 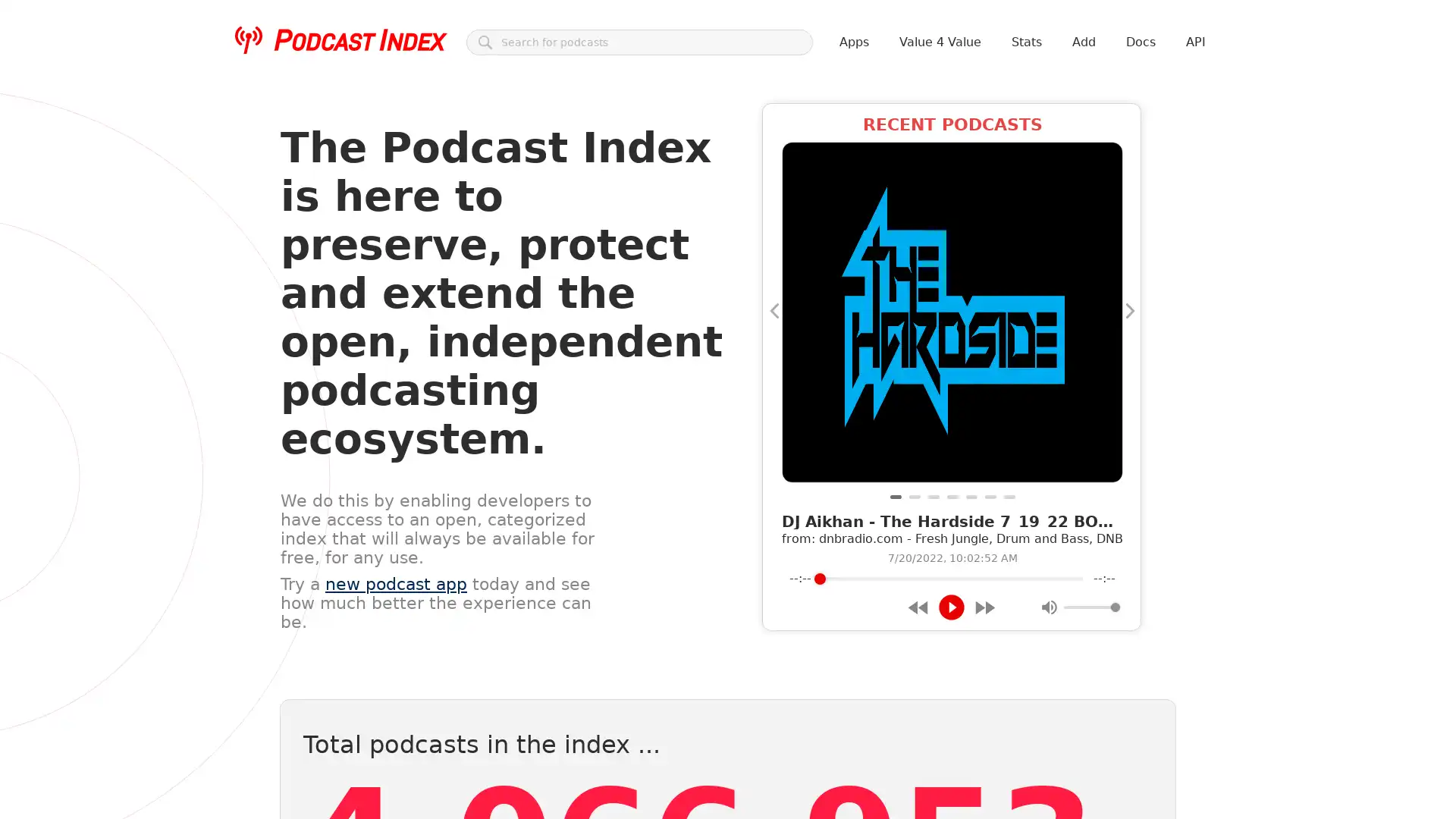 What do you see at coordinates (971, 497) in the screenshot?
I see `004: He Knows!` at bounding box center [971, 497].